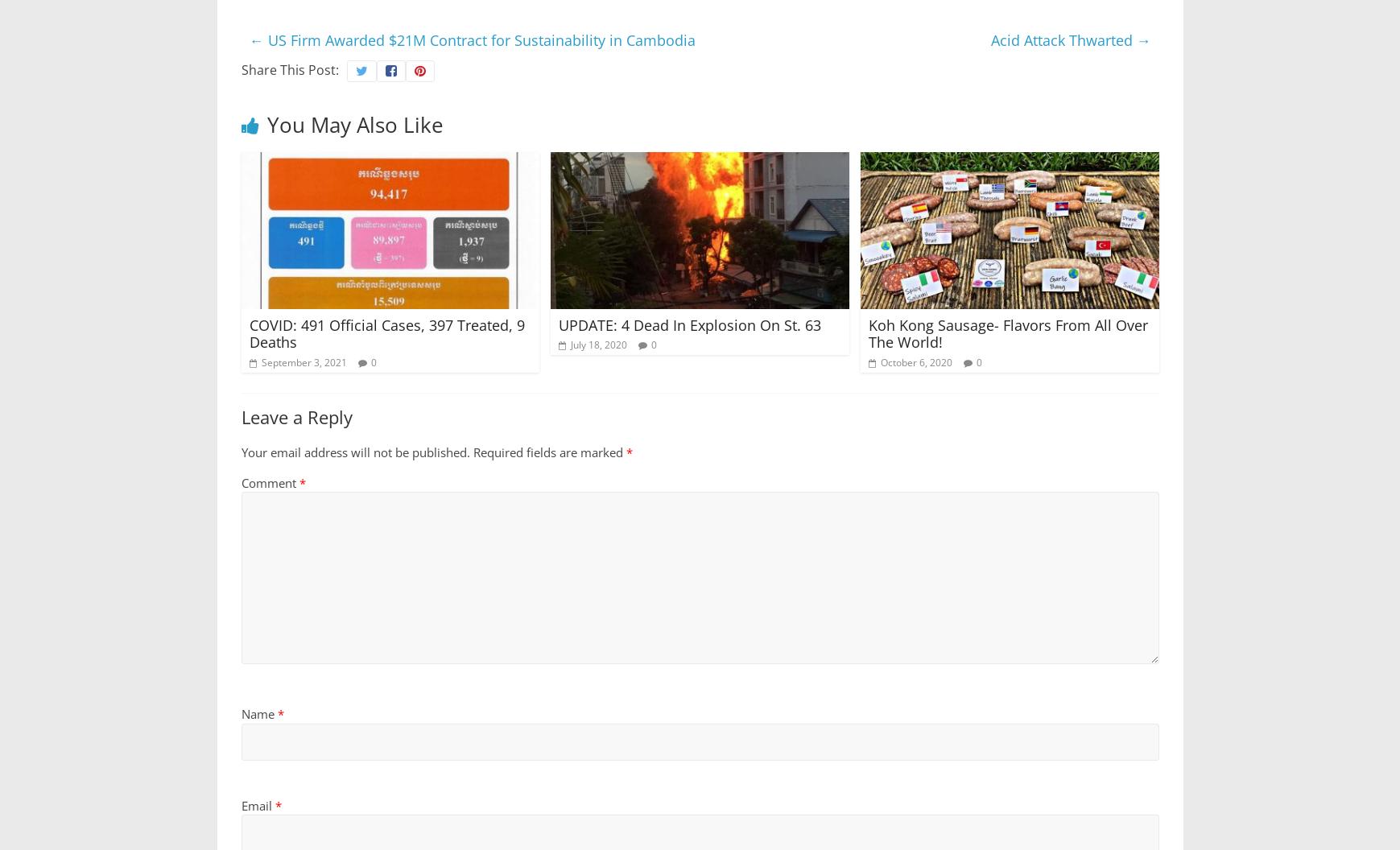 This screenshot has height=850, width=1400. I want to click on 'US Firm Awarded $21M Contract for Sustainability in Cambodia', so click(262, 39).